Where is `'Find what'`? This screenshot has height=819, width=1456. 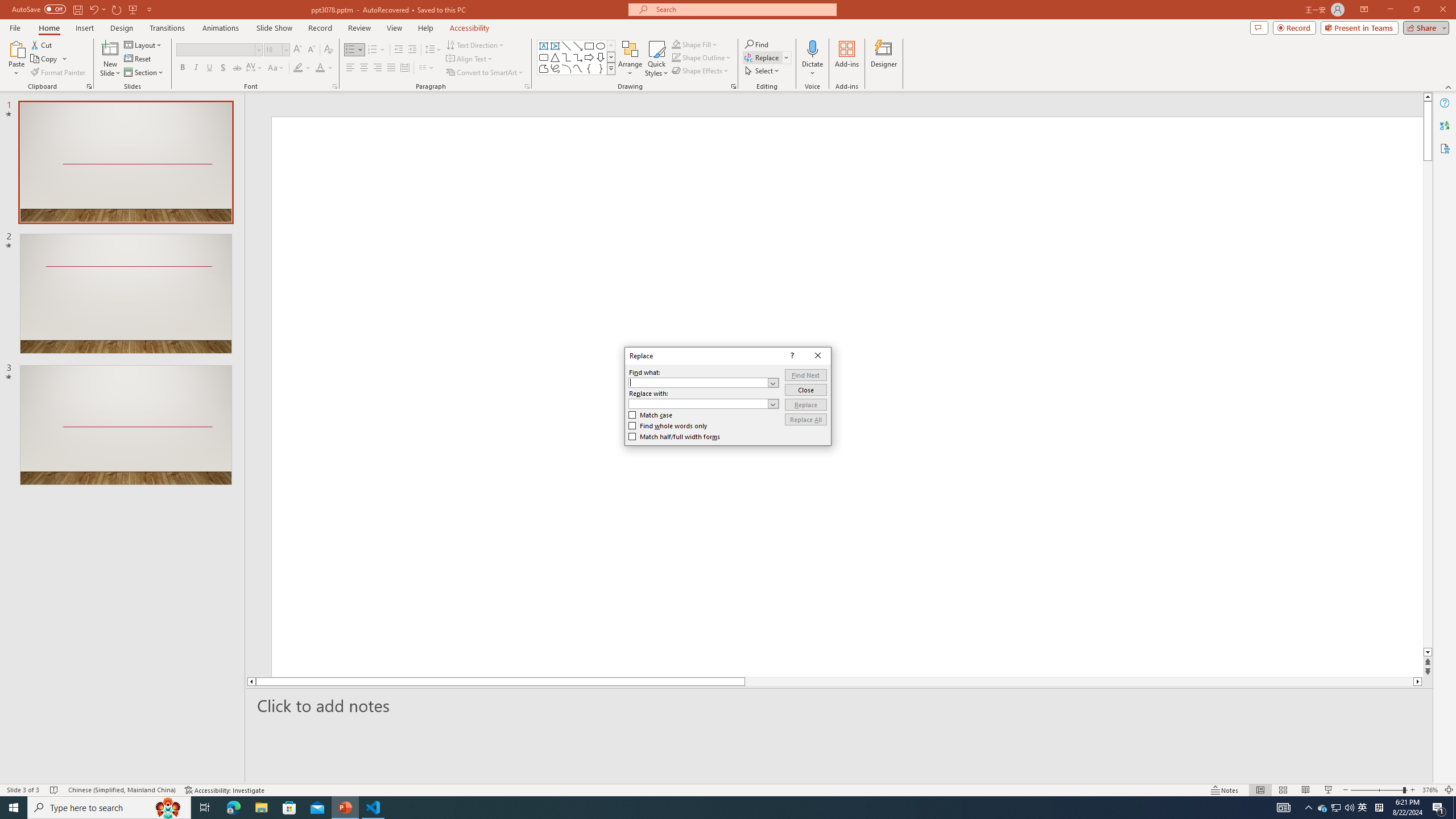
'Find what' is located at coordinates (703, 383).